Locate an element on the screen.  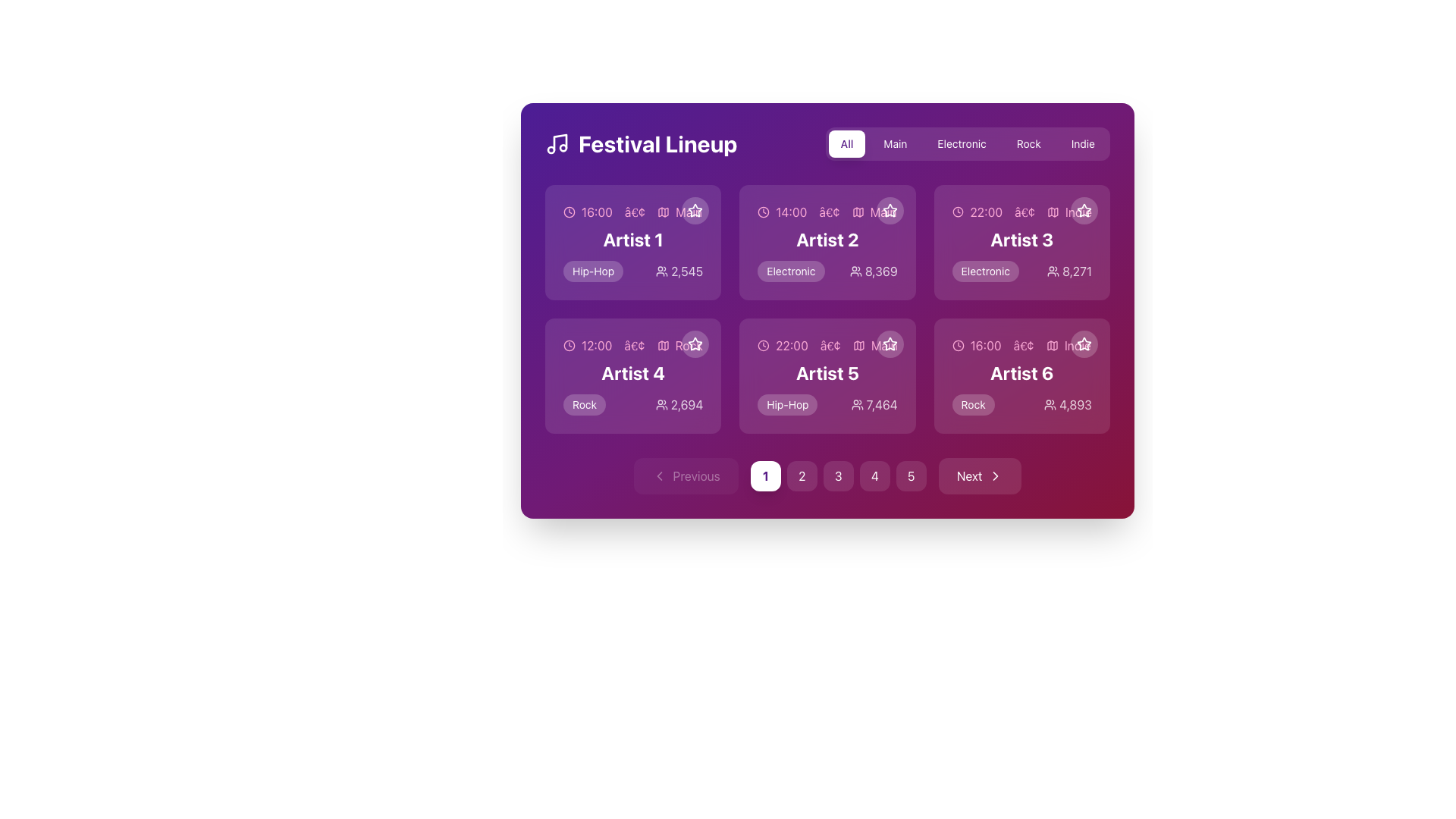
the informational Text label indicating the starting time of an event located in the top-left card of the interface is located at coordinates (596, 212).